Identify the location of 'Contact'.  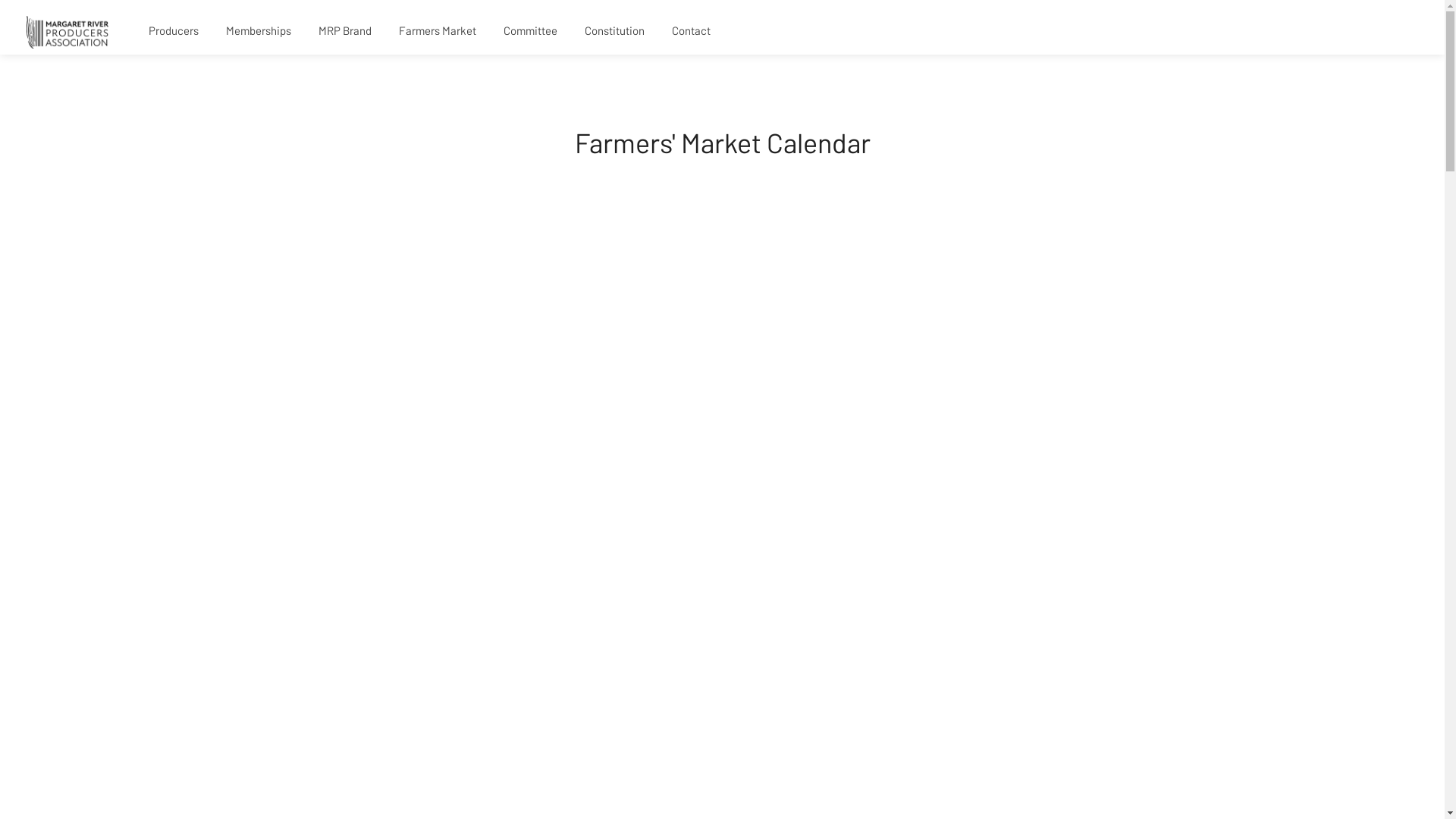
(660, 31).